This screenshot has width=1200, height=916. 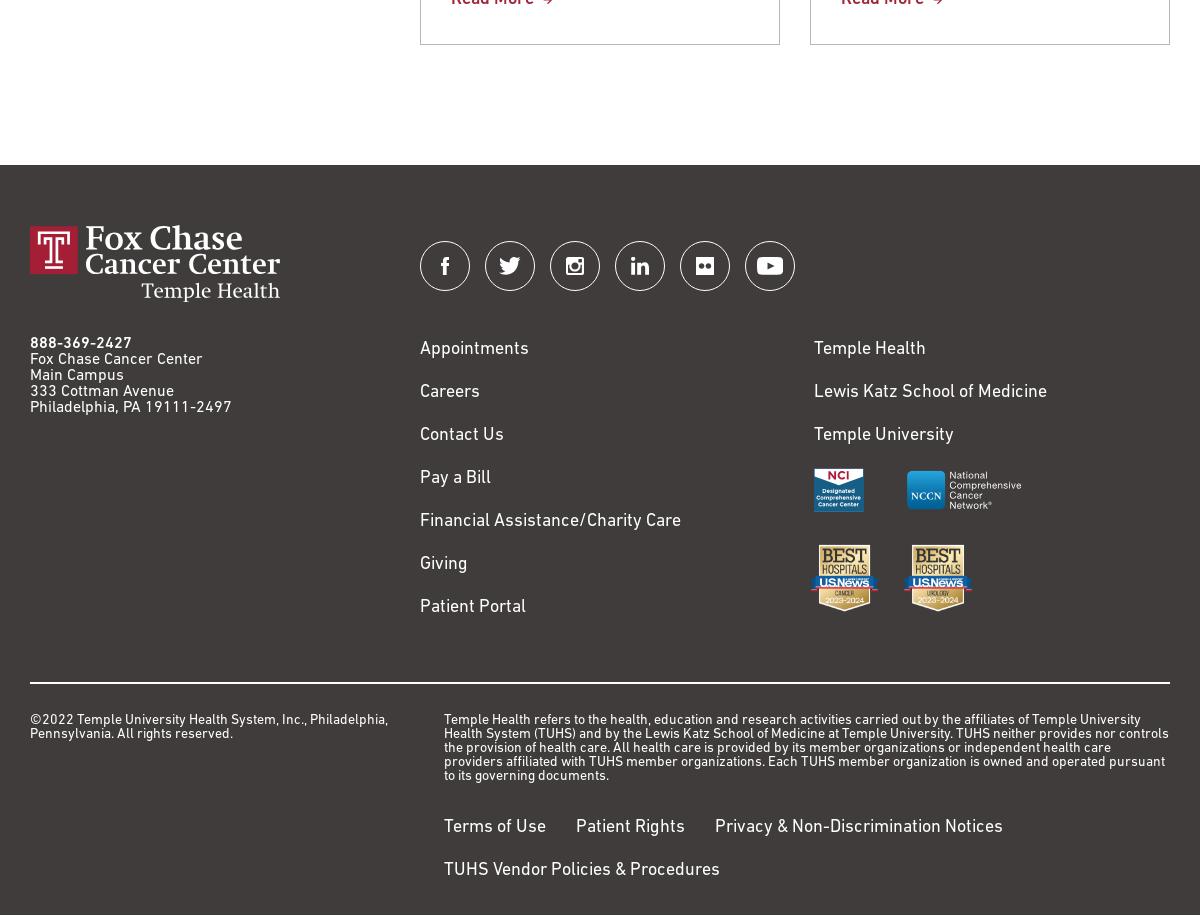 What do you see at coordinates (857, 827) in the screenshot?
I see `'Privacy & Non-Discrimination Notices'` at bounding box center [857, 827].